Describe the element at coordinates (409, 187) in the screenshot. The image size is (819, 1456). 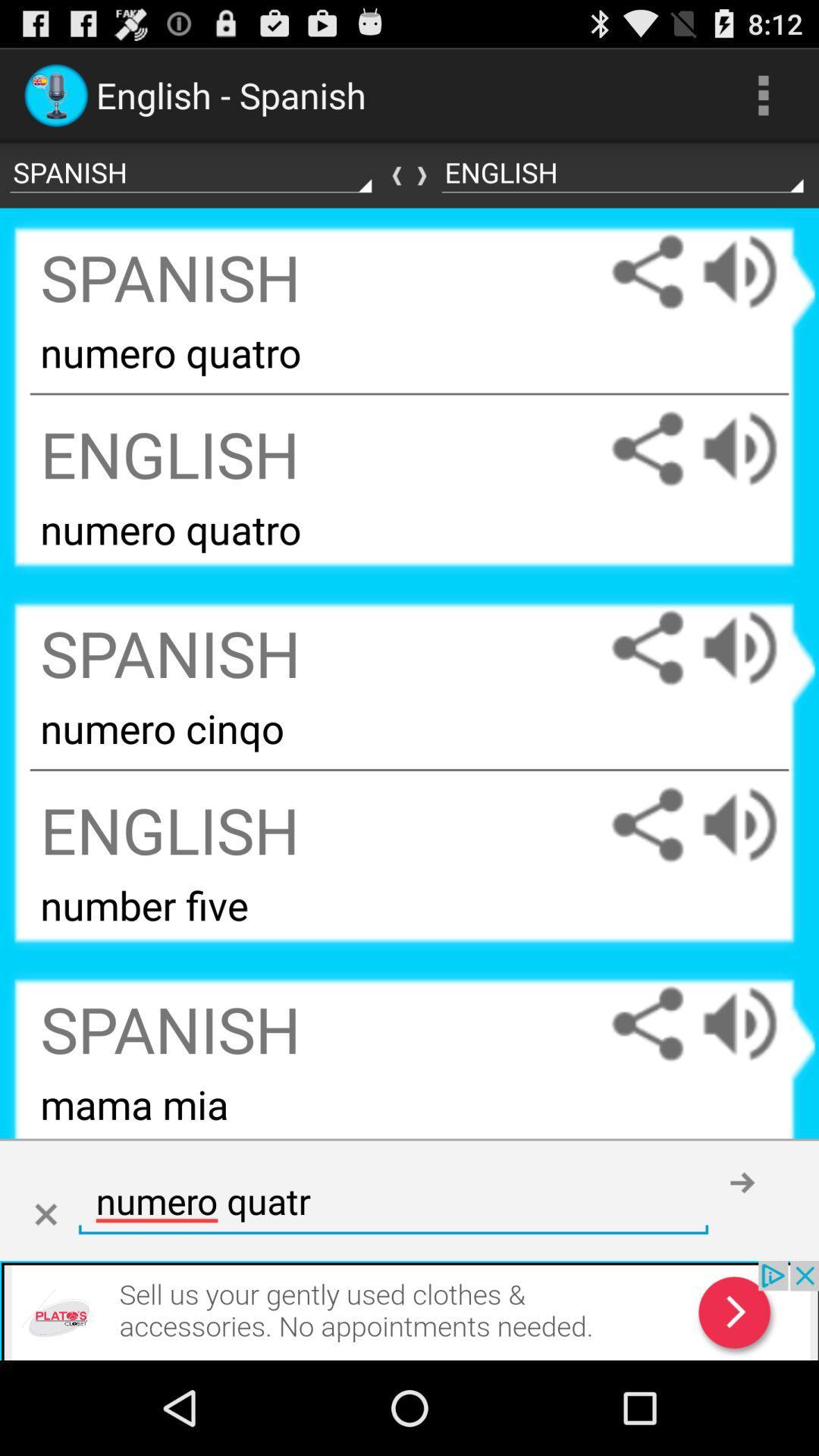
I see `the arrow_forward icon` at that location.